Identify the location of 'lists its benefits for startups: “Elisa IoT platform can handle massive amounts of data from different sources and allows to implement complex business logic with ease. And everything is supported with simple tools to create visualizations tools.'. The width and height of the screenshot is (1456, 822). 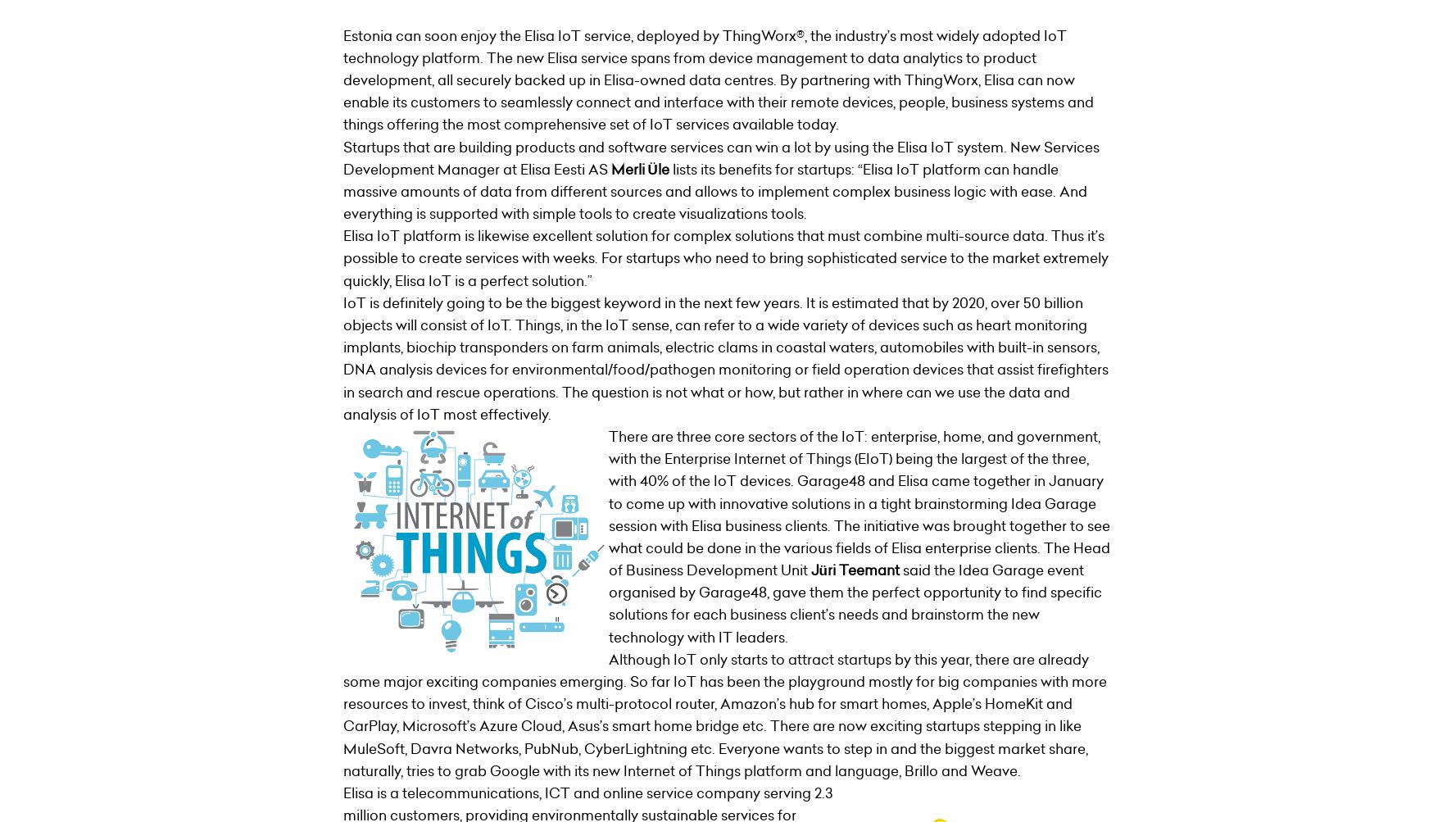
(713, 191).